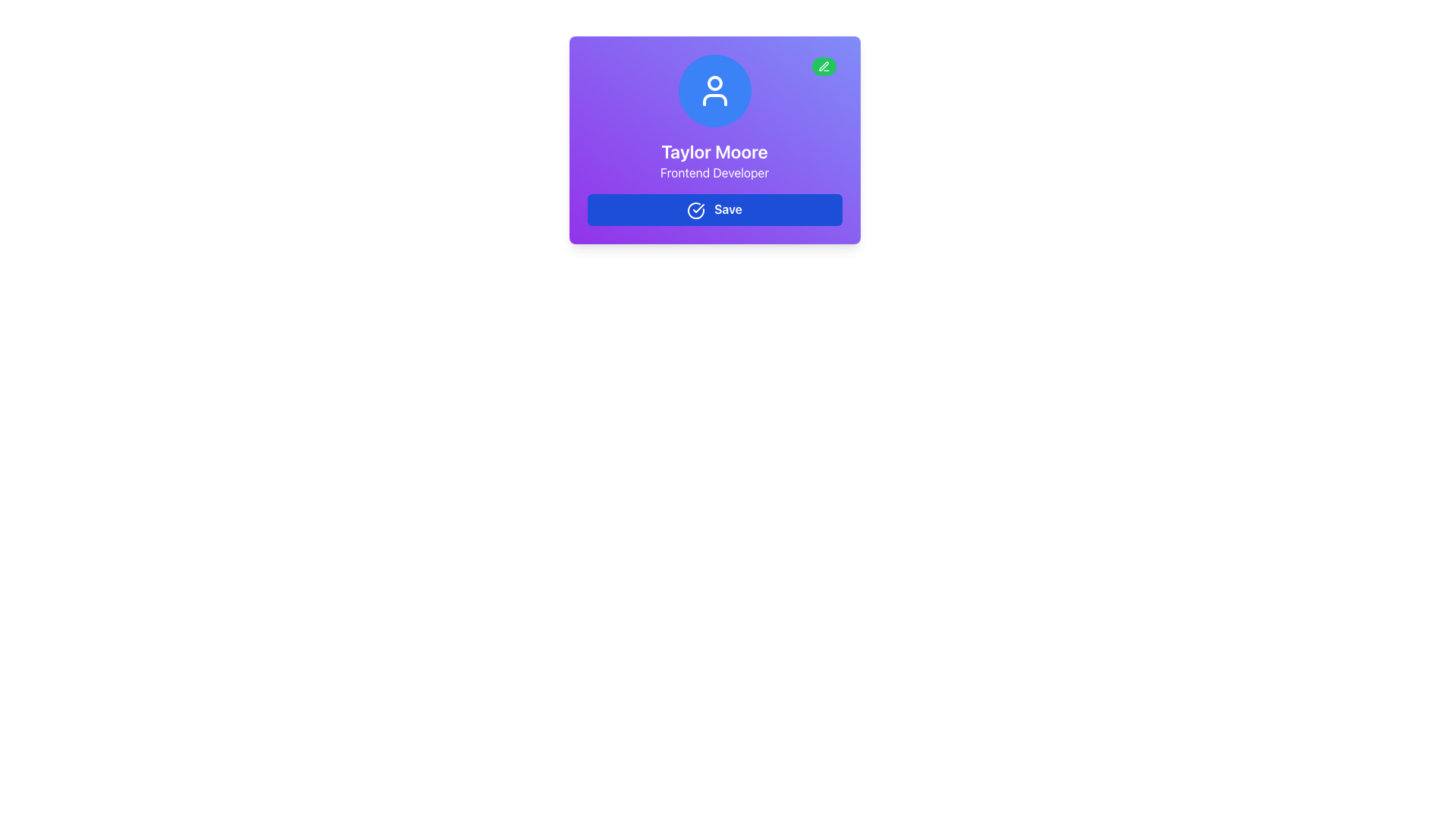 The image size is (1456, 819). I want to click on the thin outlined icon resembling a tilted pen located in the top-right corner of the purple card with the text 'Taylor Moore' and 'Frontend Developer', so click(823, 65).